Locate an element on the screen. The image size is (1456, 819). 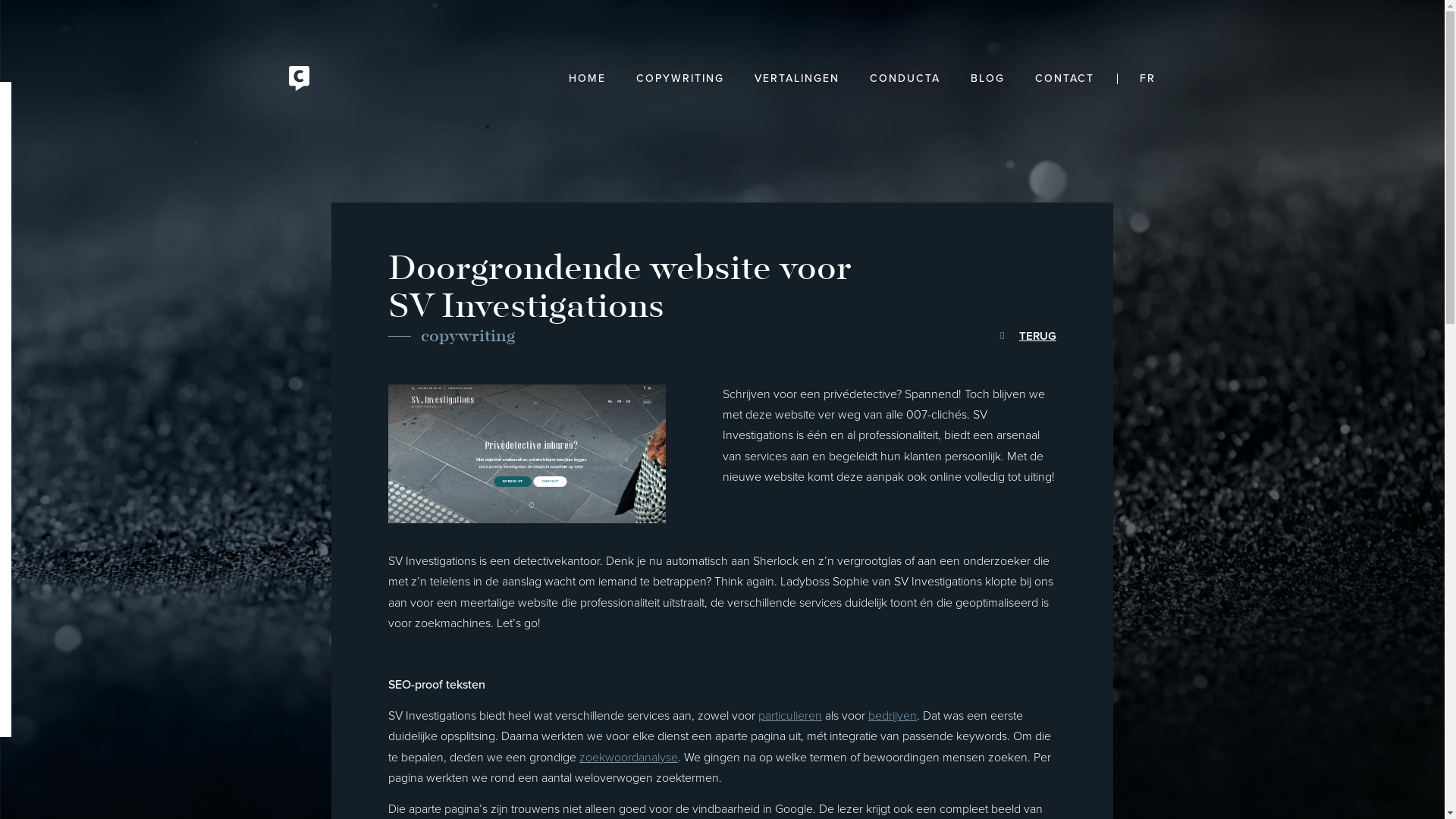
'CONDUCTA' is located at coordinates (905, 78).